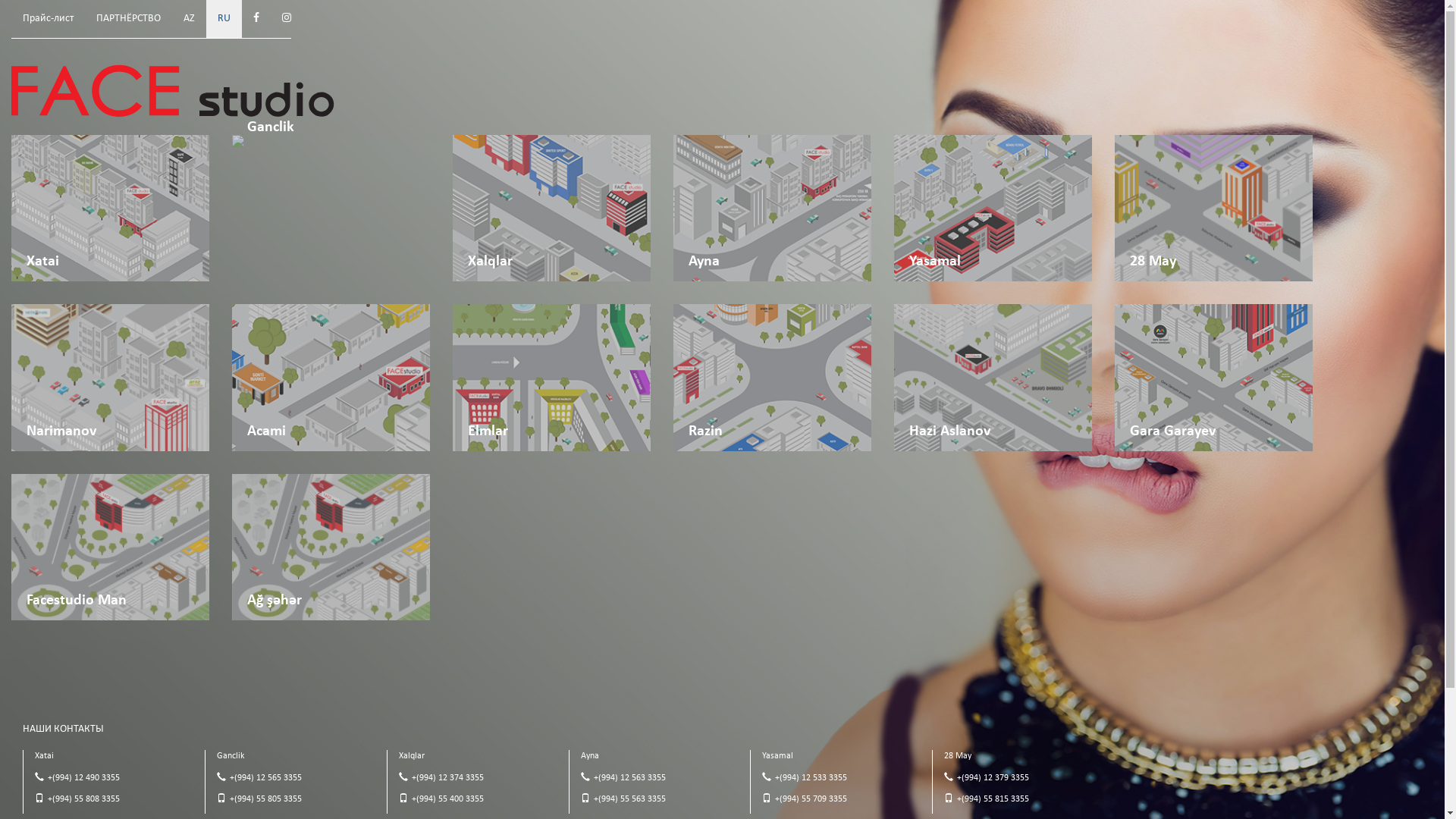  What do you see at coordinates (330, 140) in the screenshot?
I see `'Ganclik'` at bounding box center [330, 140].